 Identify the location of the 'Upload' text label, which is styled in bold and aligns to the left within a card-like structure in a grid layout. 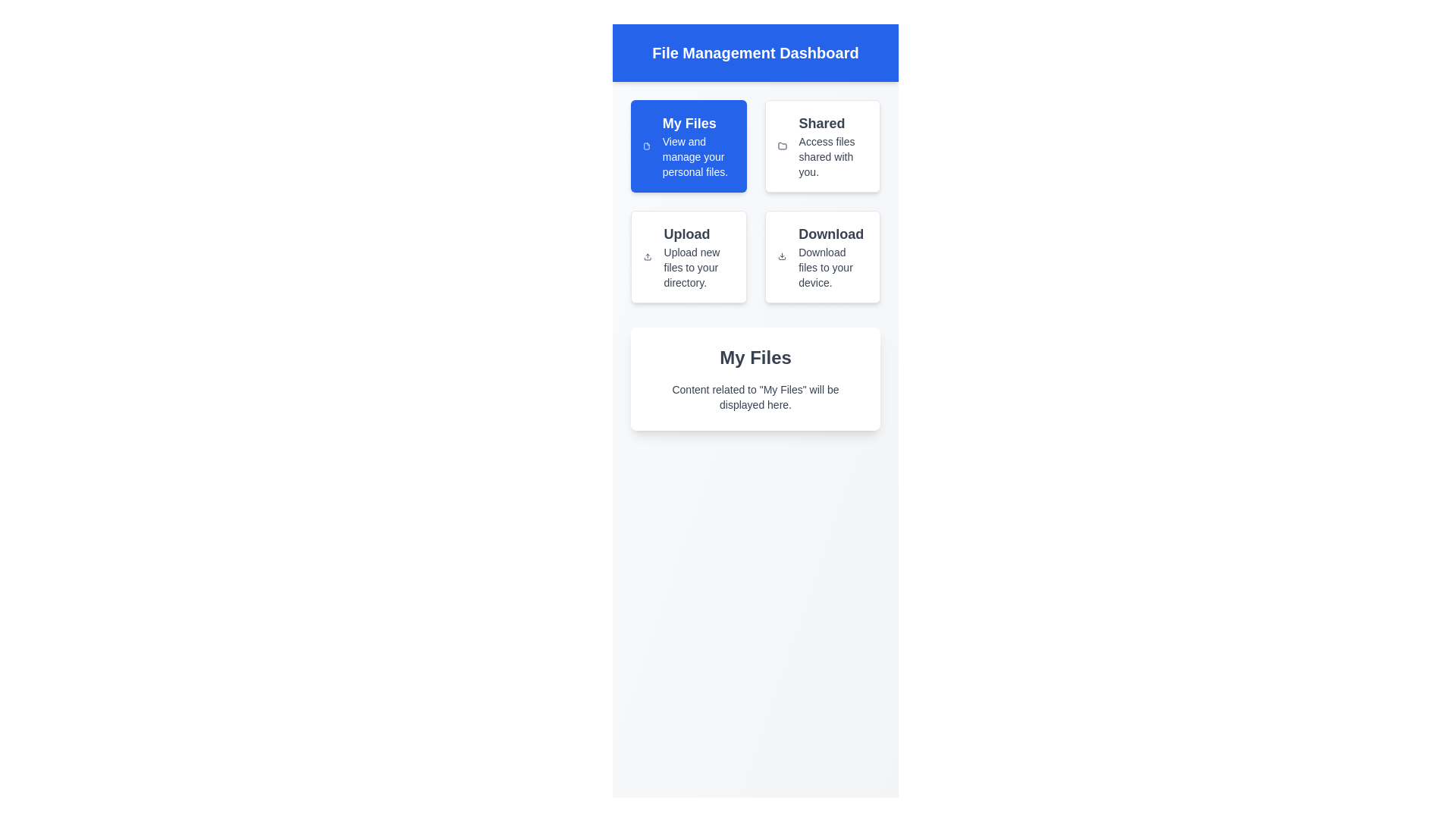
(698, 234).